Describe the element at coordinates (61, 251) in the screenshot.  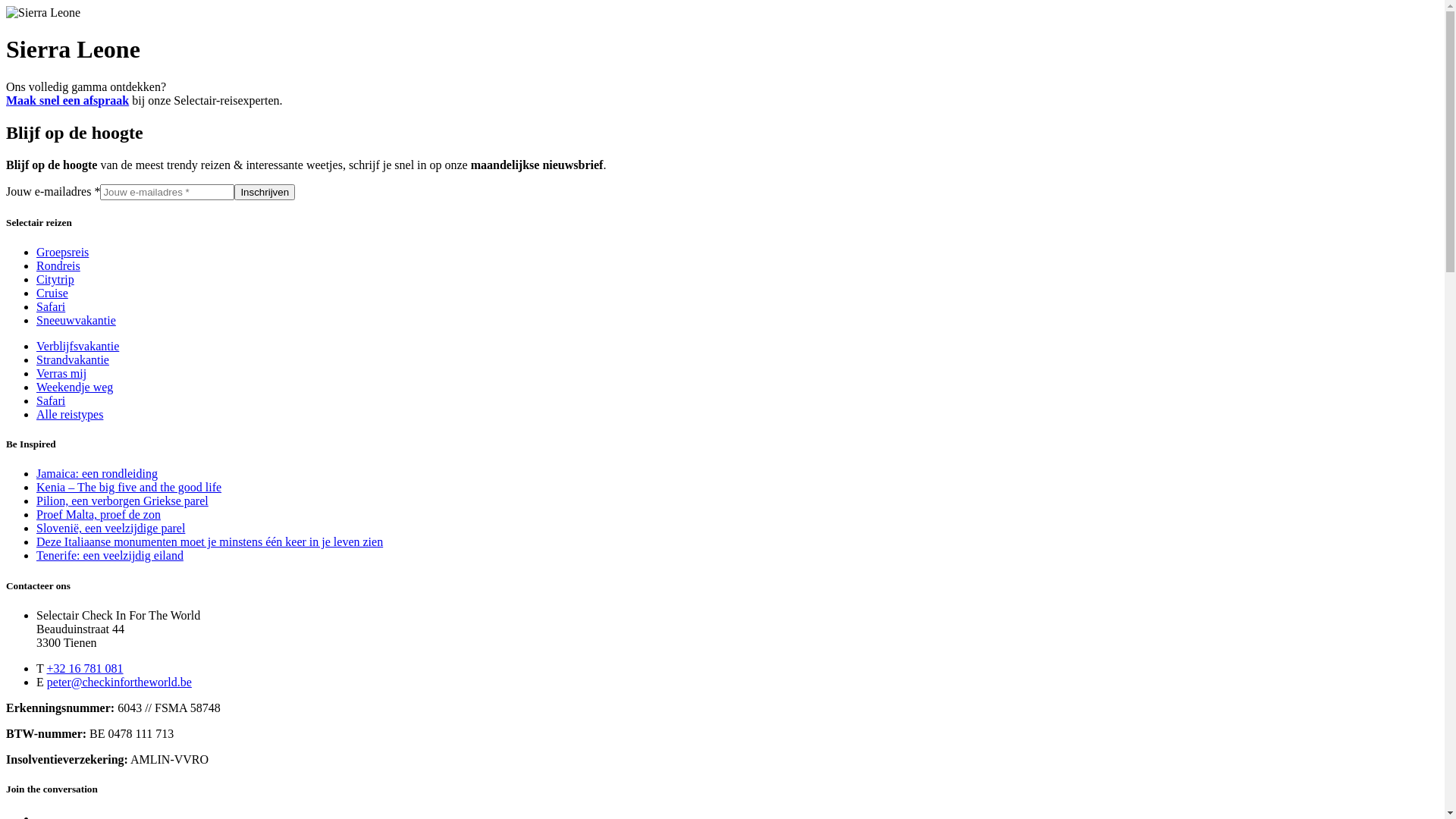
I see `'Groepsreis'` at that location.